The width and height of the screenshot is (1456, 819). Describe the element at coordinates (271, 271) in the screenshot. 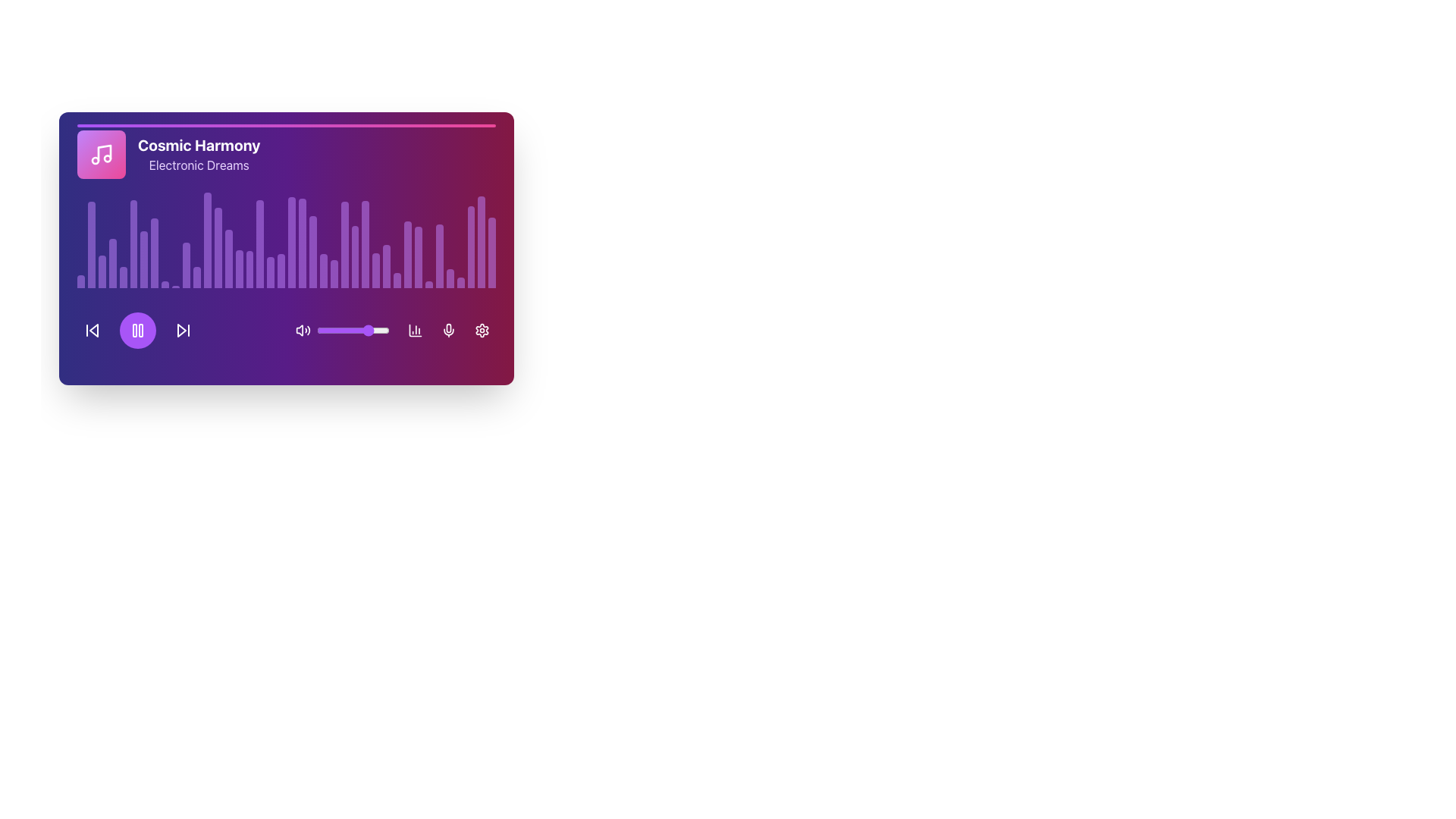

I see `the 19th vertical bar of the audio visualization, located below the text 'Cosmic Harmony' and 'Electronic Dreams'` at that location.